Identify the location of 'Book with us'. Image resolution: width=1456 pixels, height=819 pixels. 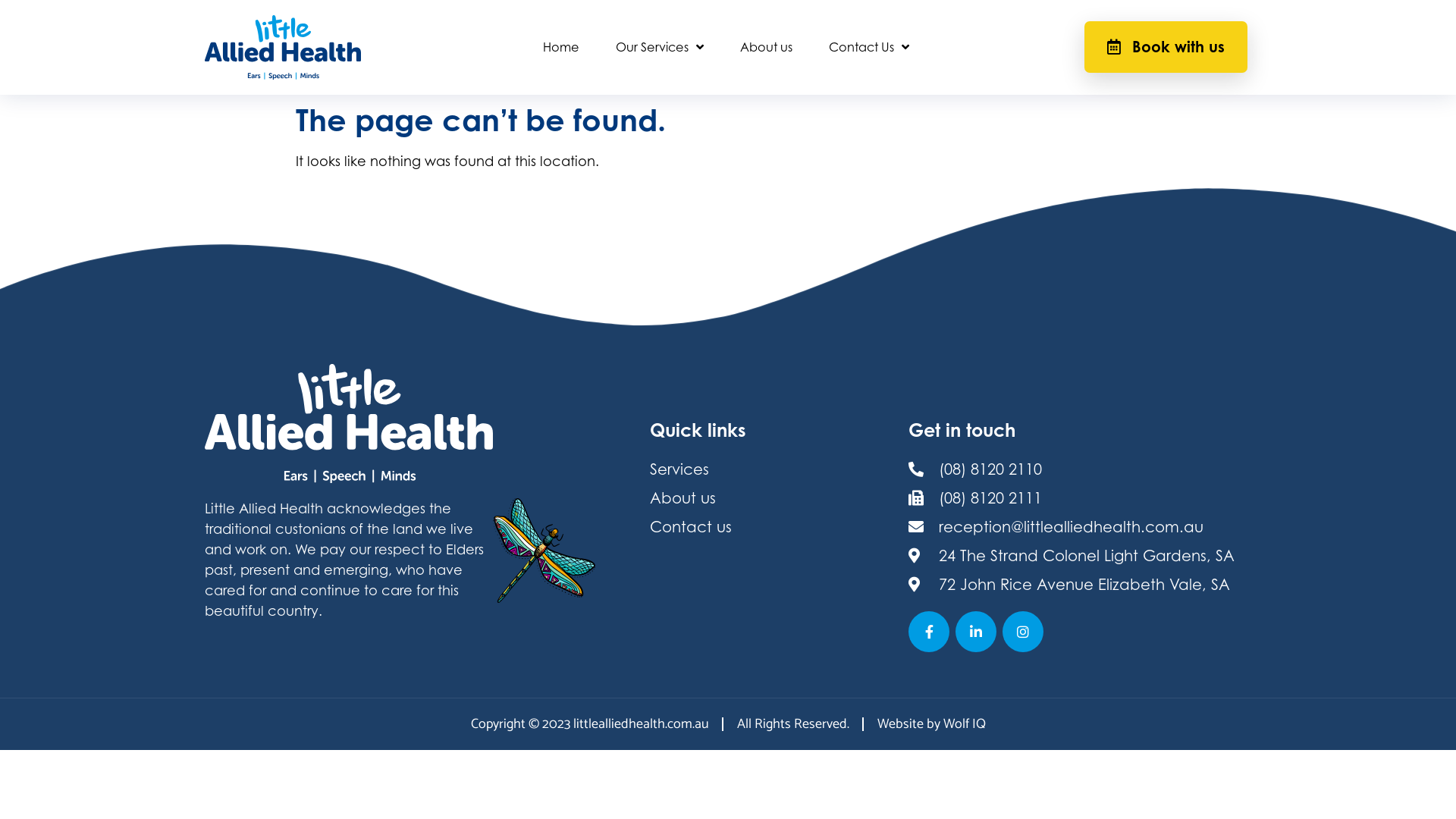
(1165, 45).